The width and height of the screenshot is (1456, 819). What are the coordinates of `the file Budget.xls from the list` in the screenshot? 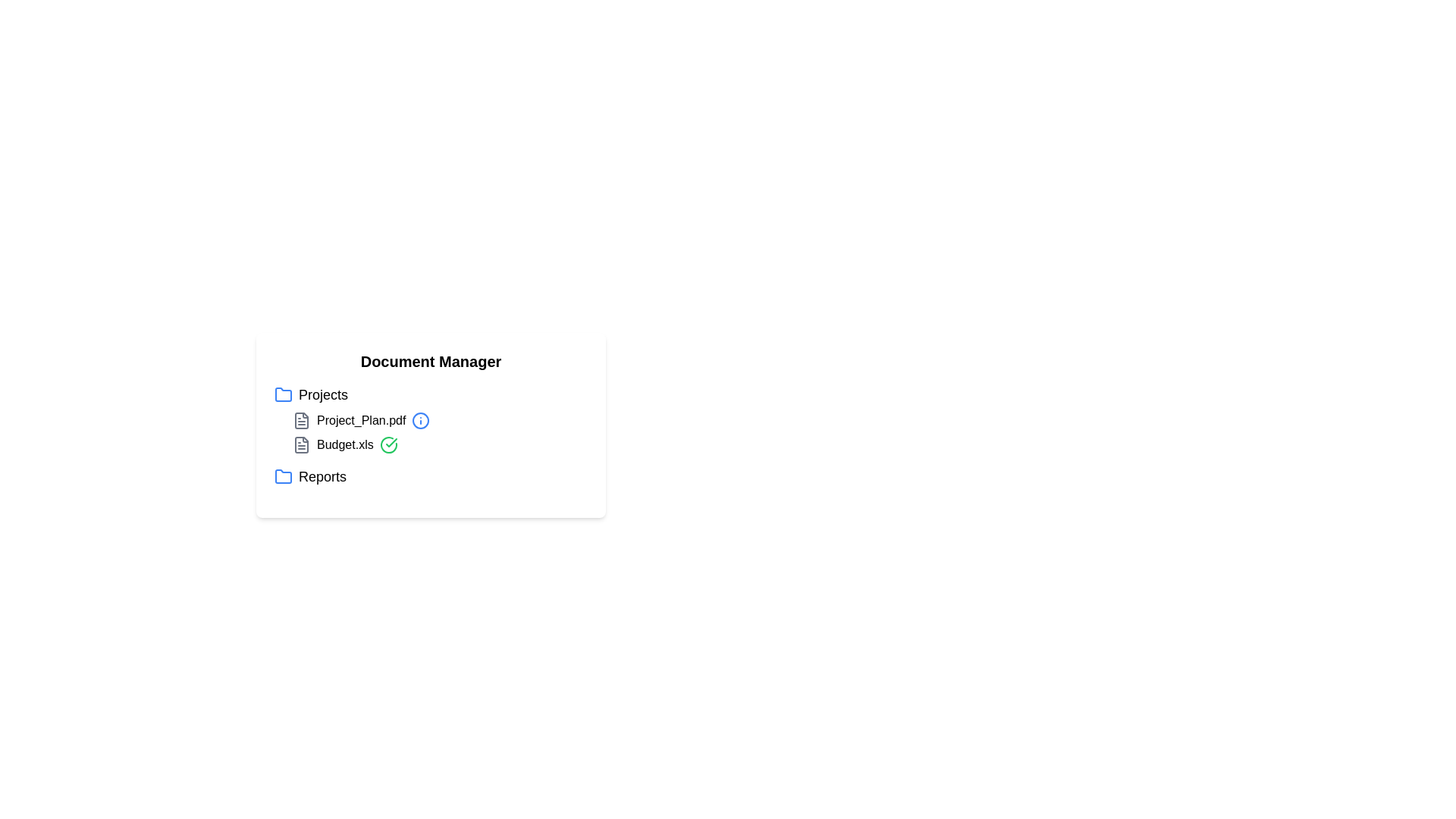 It's located at (344, 444).